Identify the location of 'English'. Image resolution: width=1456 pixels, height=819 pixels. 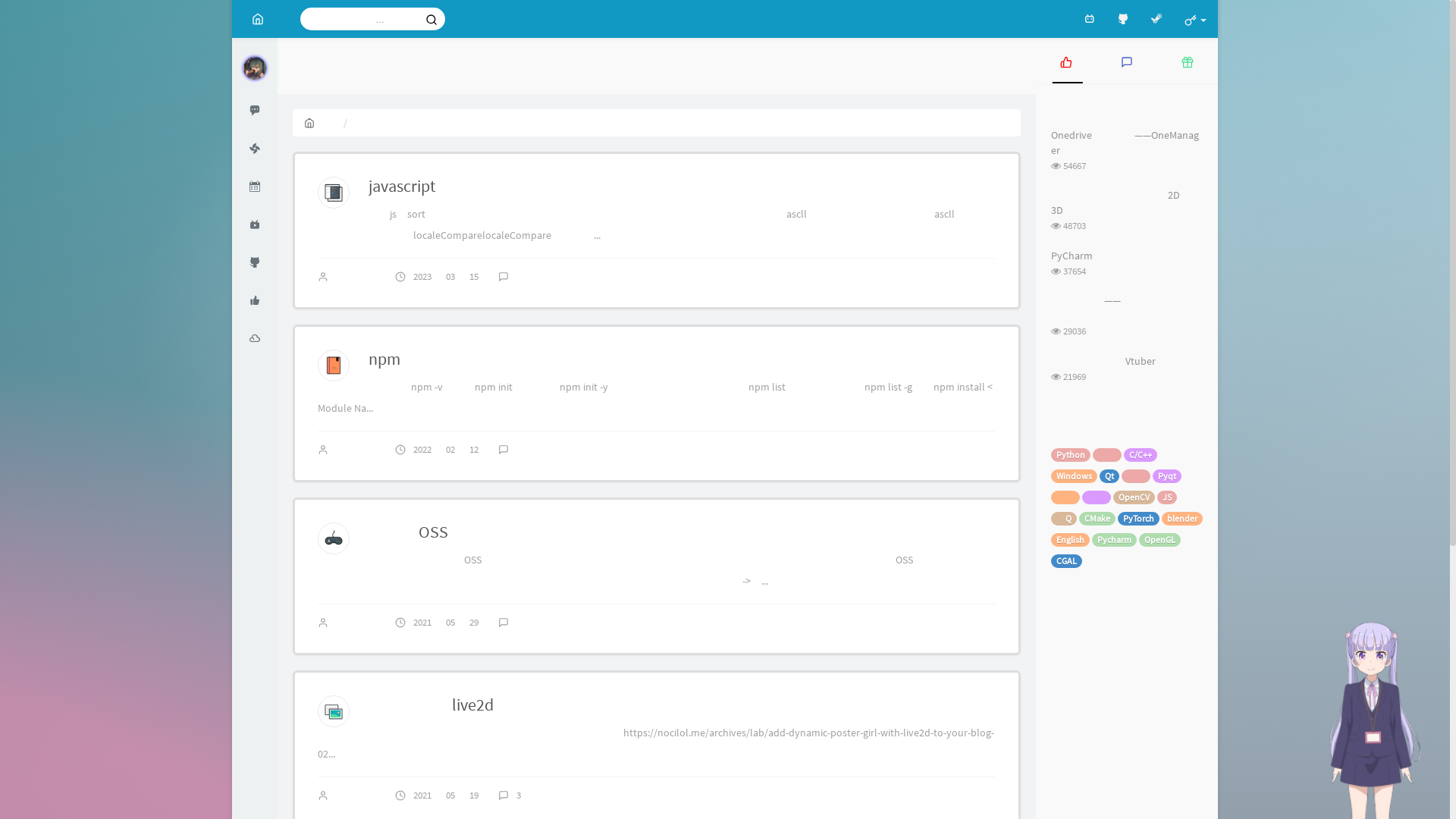
(1069, 539).